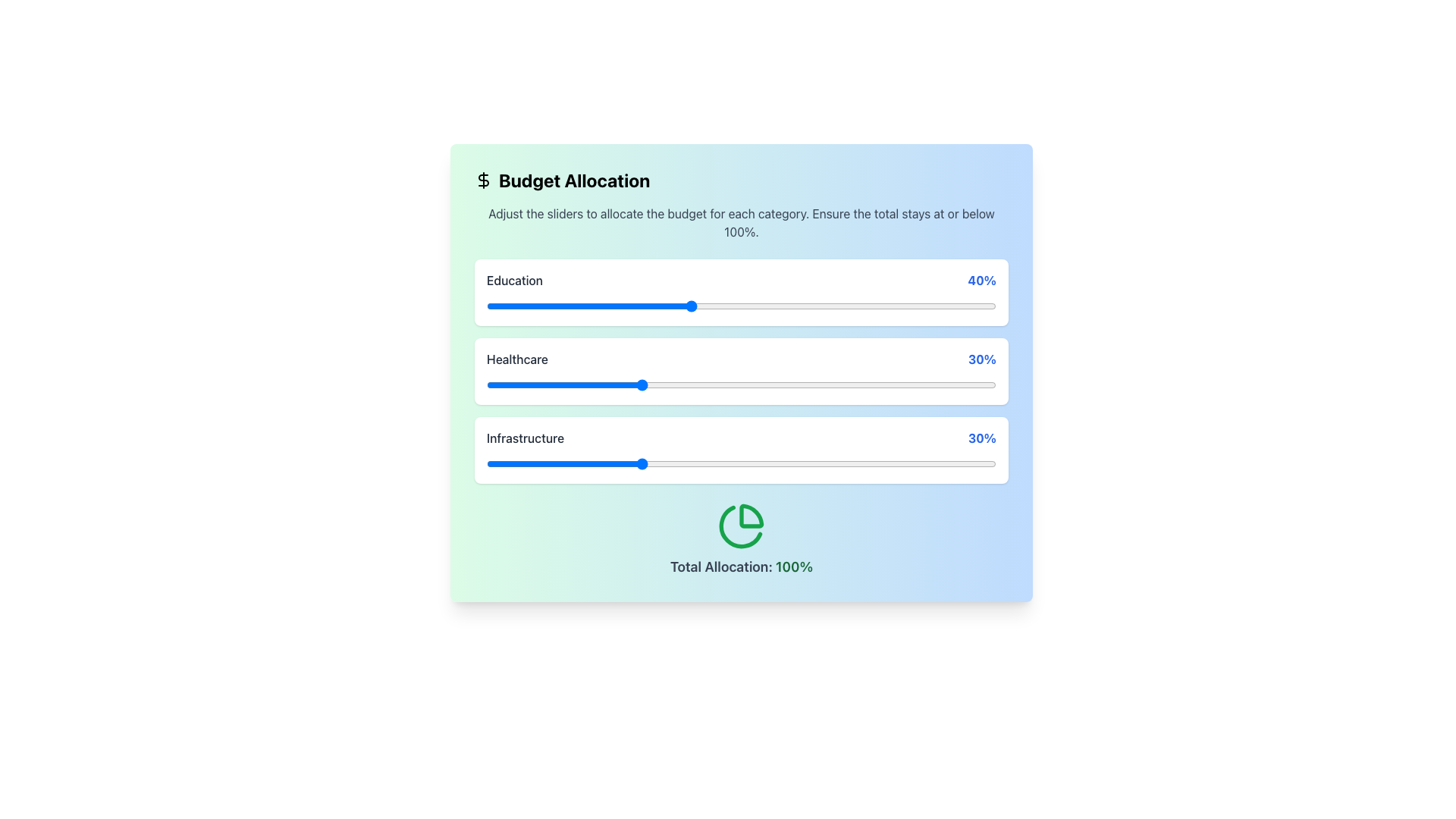 Image resolution: width=1456 pixels, height=819 pixels. Describe the element at coordinates (700, 384) in the screenshot. I see `healthcare budget allocation` at that location.